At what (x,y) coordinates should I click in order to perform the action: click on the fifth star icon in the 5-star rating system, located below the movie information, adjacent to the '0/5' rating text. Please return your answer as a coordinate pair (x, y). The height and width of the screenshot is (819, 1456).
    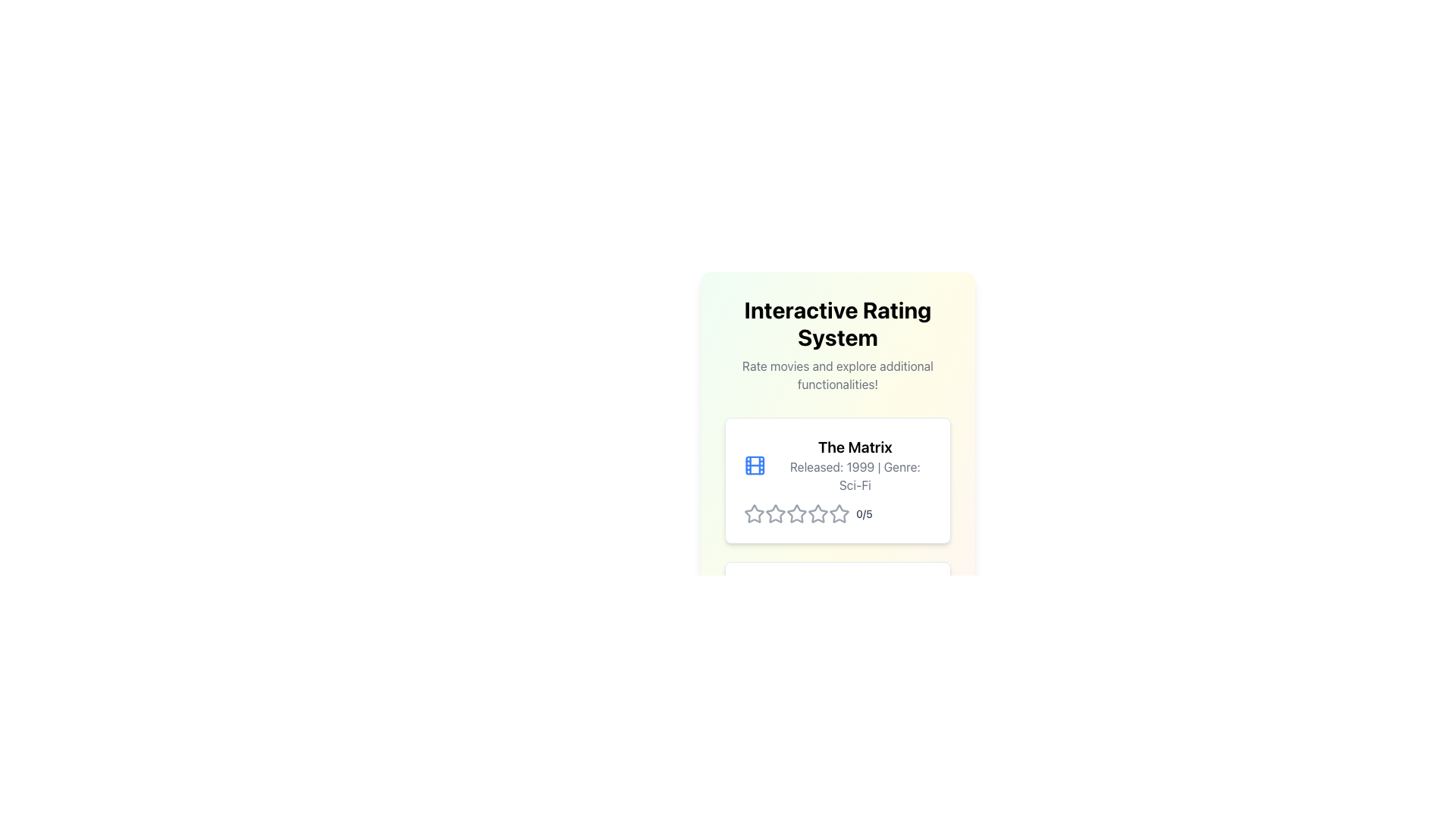
    Looking at the image, I should click on (839, 513).